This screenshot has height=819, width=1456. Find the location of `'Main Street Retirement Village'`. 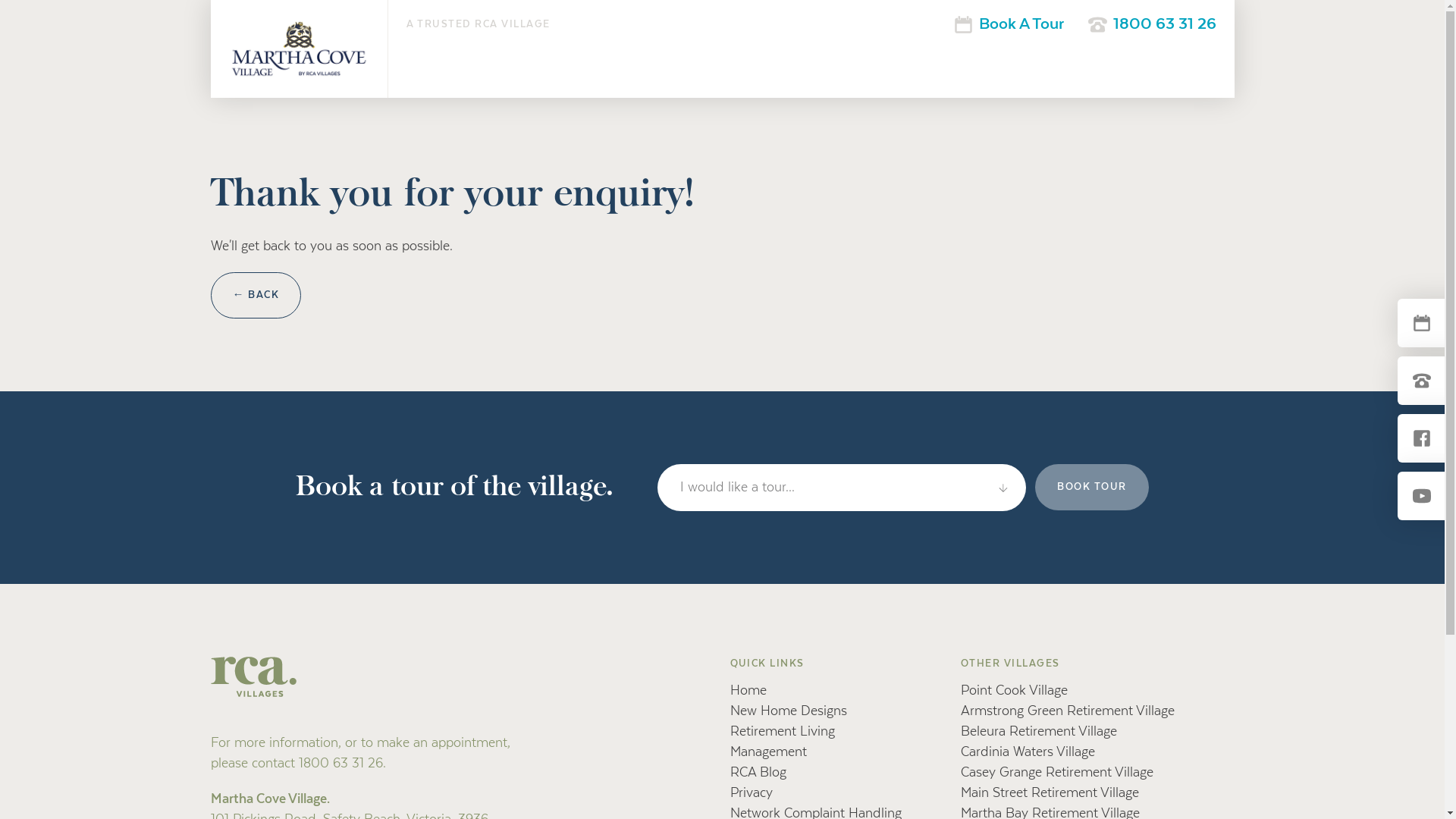

'Main Street Retirement Village' is located at coordinates (960, 792).